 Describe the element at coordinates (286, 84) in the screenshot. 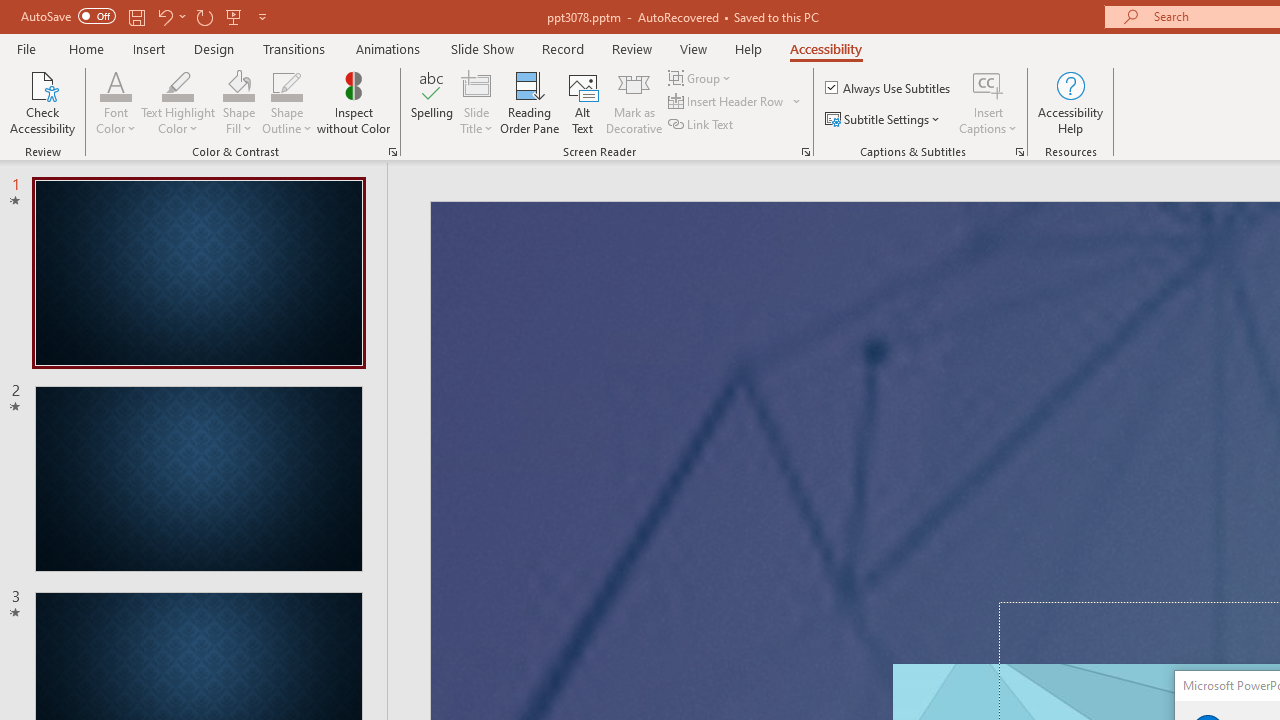

I see `'Shape Outline'` at that location.